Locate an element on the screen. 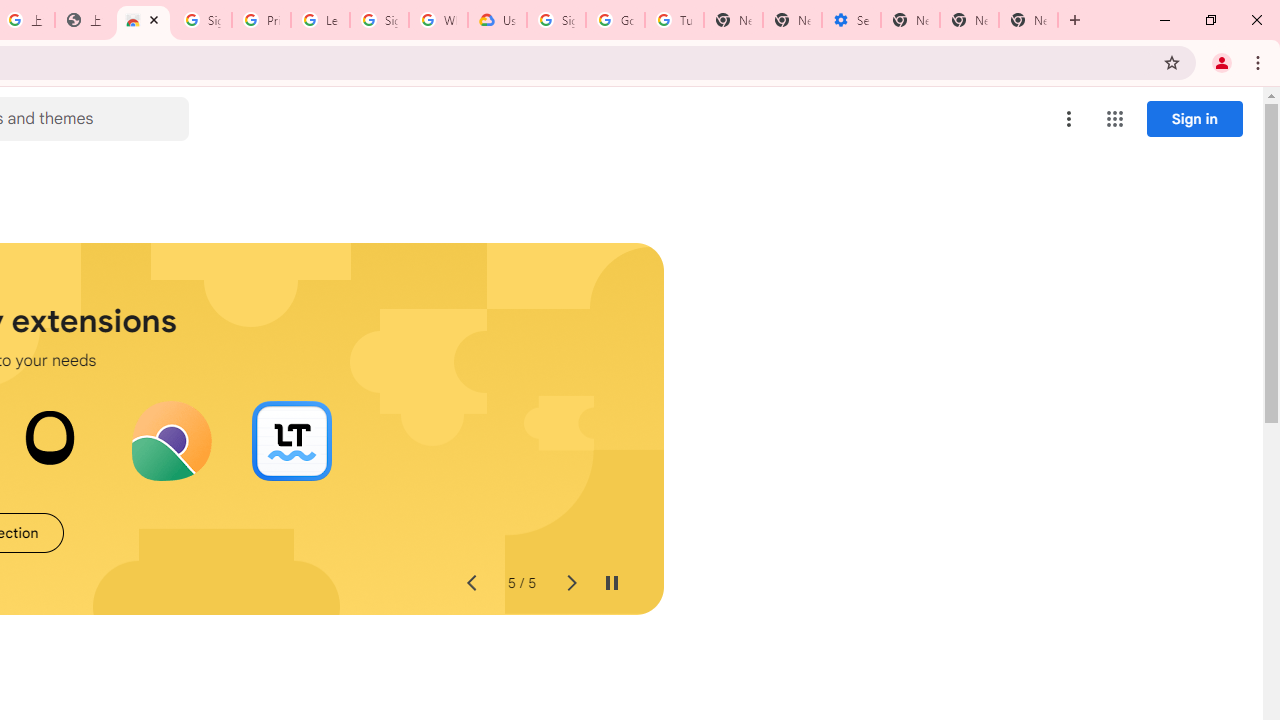  'New Tab' is located at coordinates (909, 20).